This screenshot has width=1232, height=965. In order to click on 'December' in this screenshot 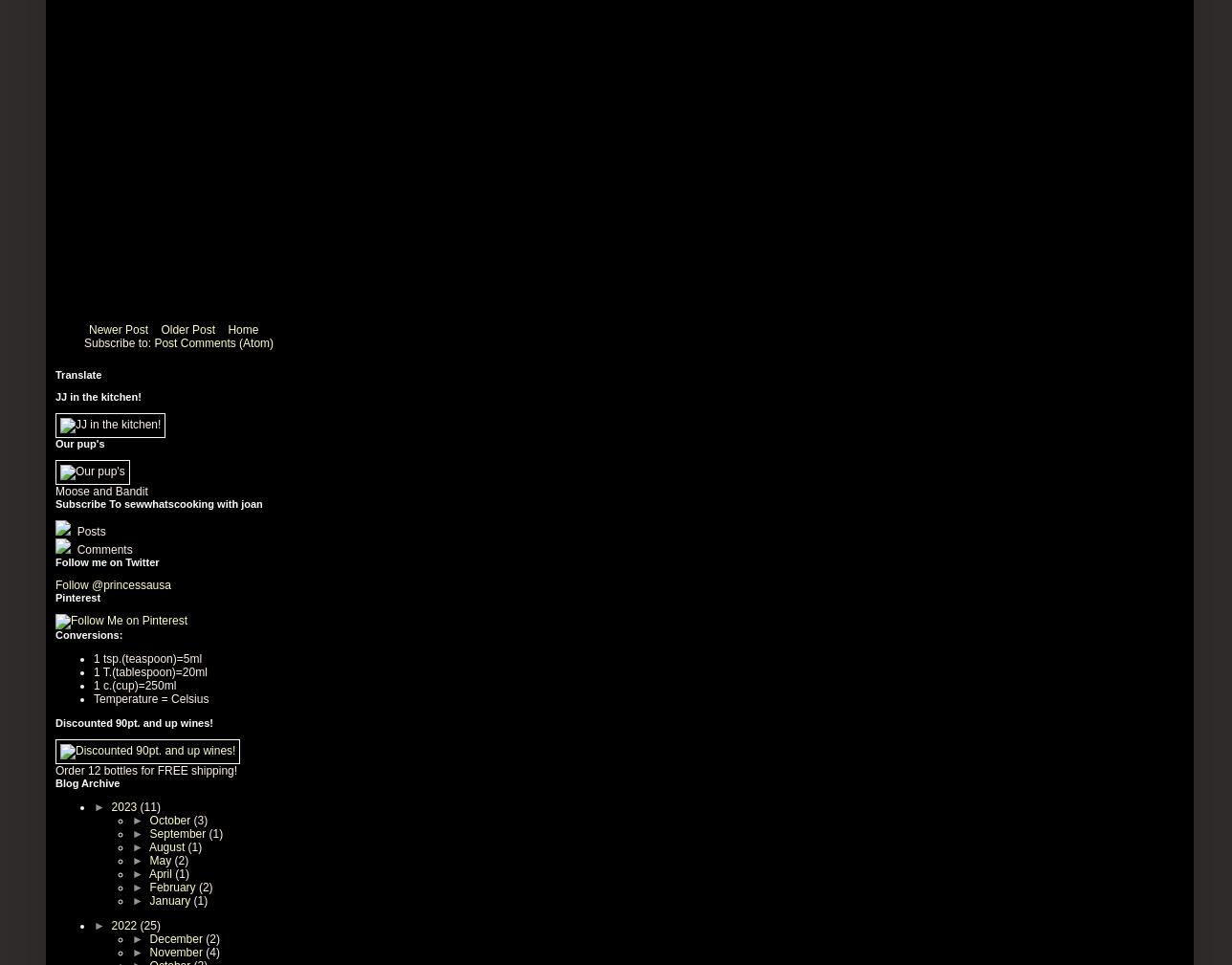, I will do `click(177, 937)`.